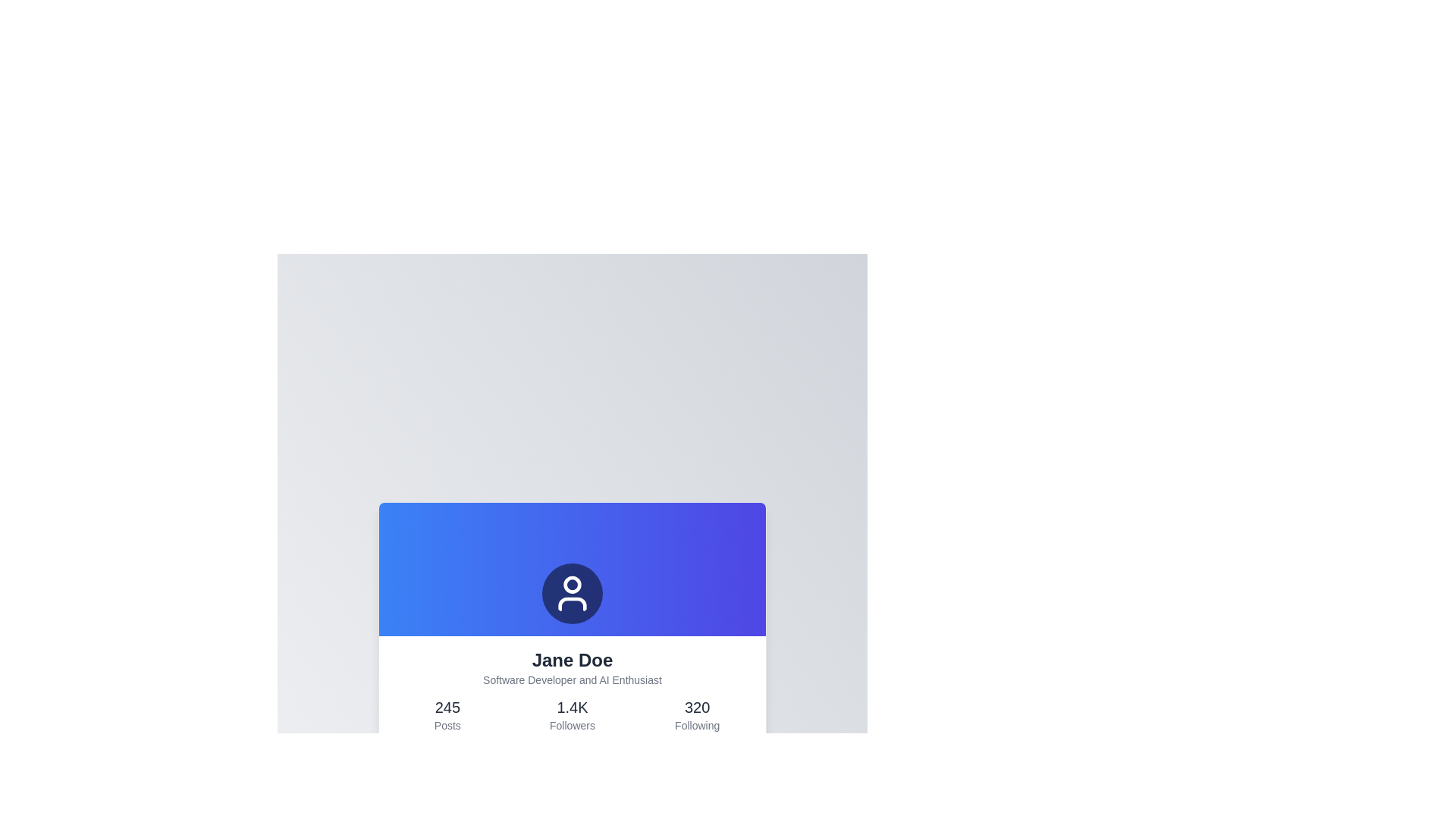  Describe the element at coordinates (696, 708) in the screenshot. I see `the numeric text label displaying the count '320', which represents the number of accounts the user is following` at that location.